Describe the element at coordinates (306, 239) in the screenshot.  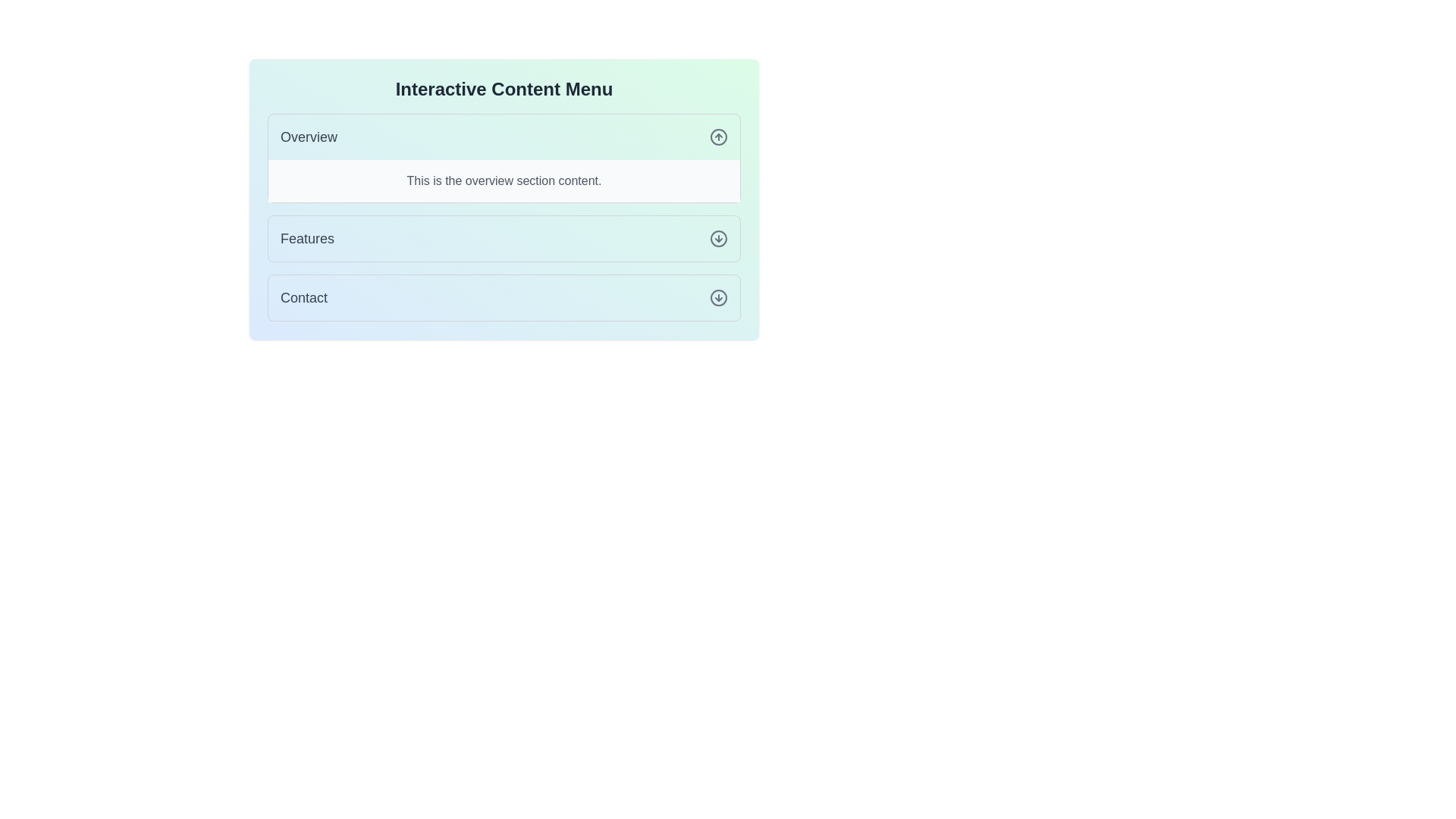
I see `the 'Features' navigation link located in the middle of the menu list, positioned between the 'Overview' and 'Contact' options` at that location.